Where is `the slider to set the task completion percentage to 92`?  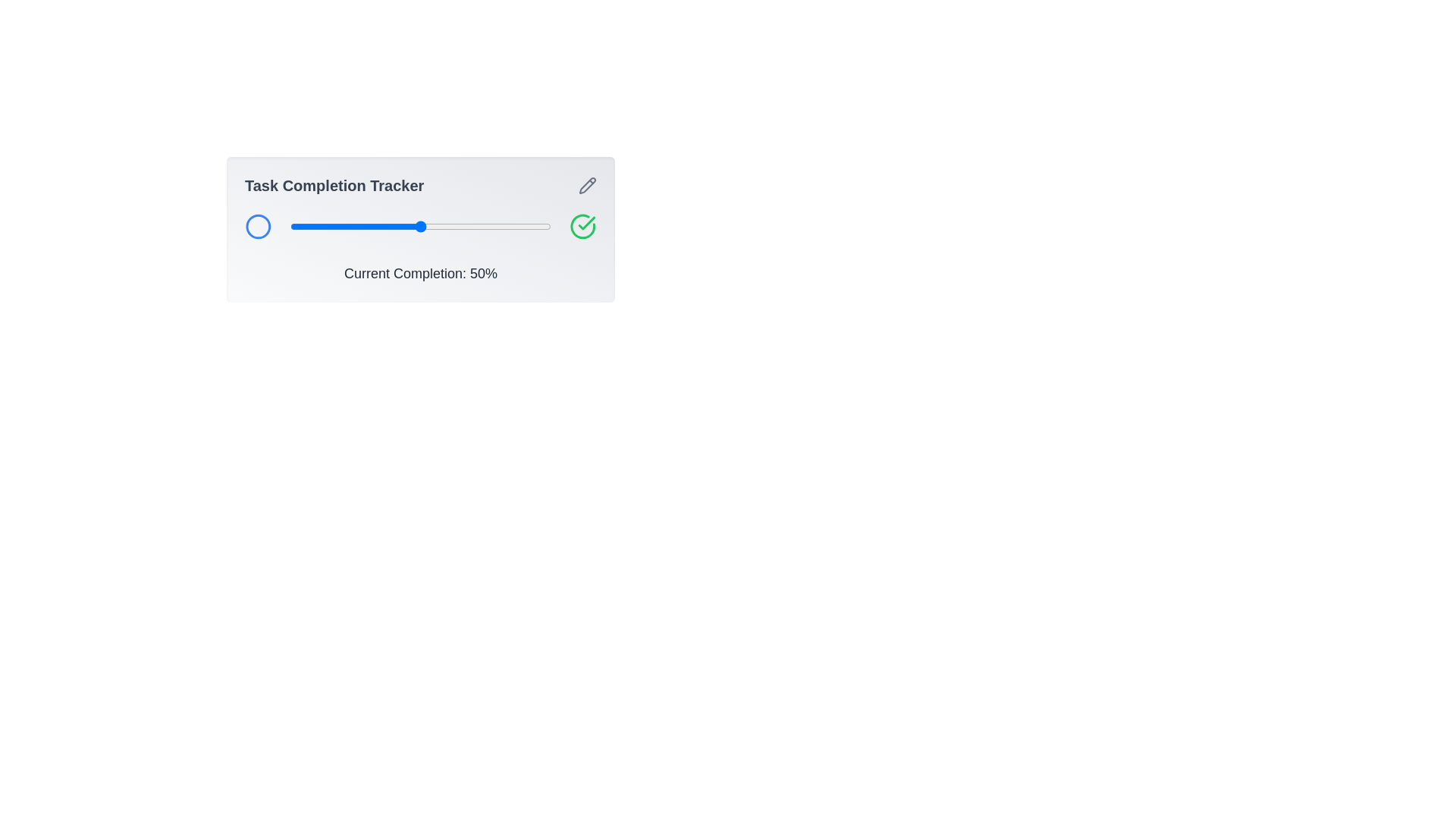
the slider to set the task completion percentage to 92 is located at coordinates (530, 227).